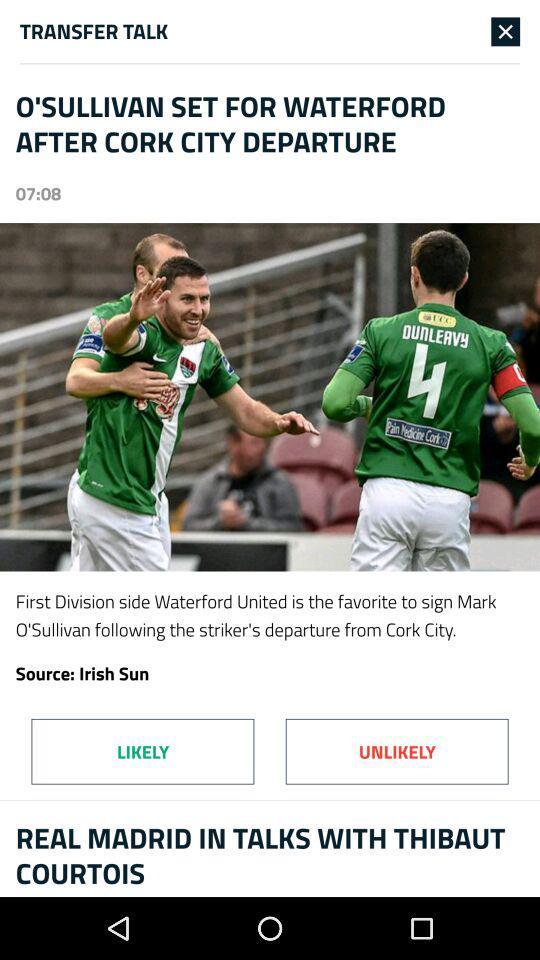 The width and height of the screenshot is (540, 960). I want to click on icon to the right of the transfer talk item, so click(504, 30).